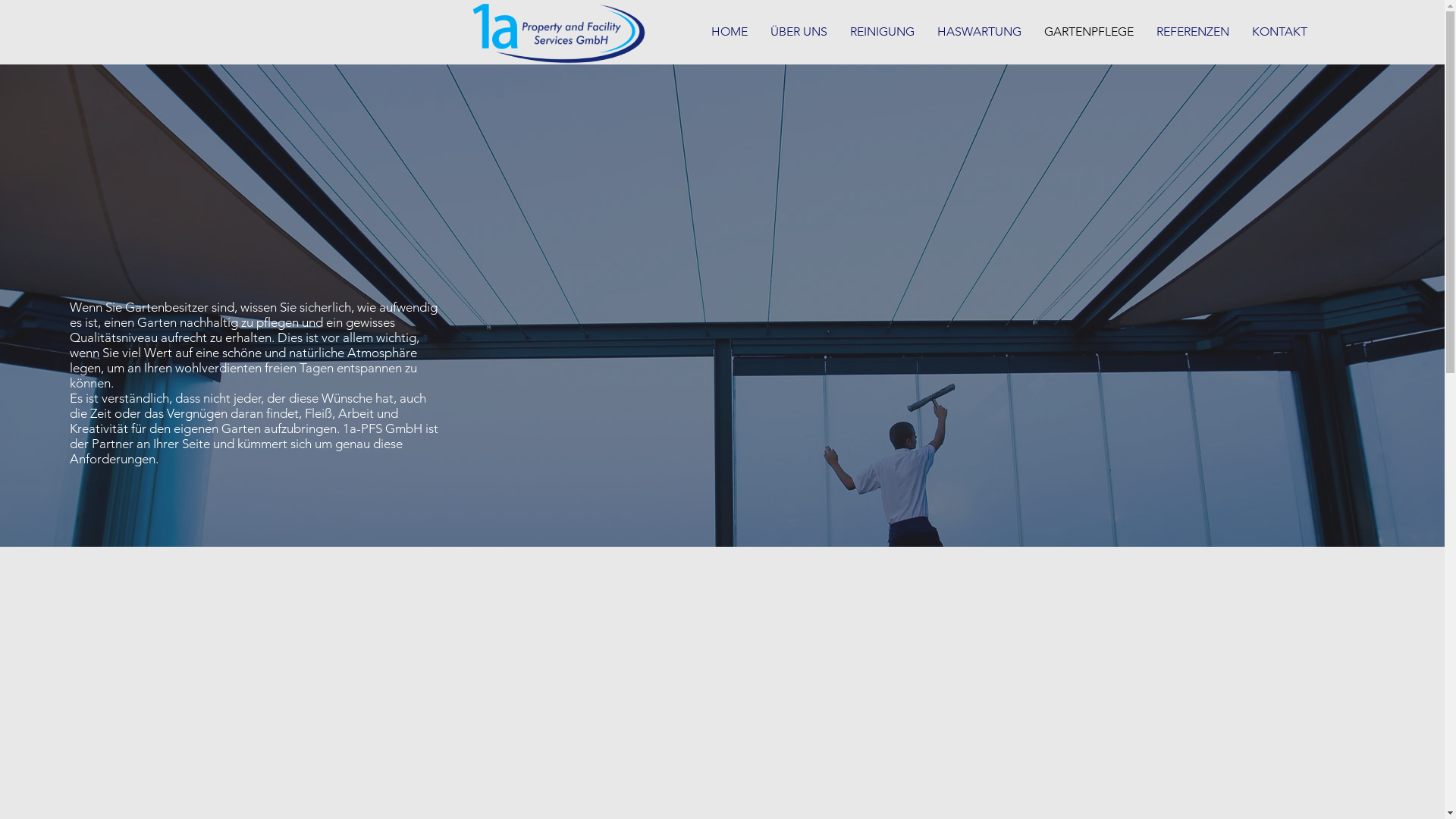  Describe the element at coordinates (882, 32) in the screenshot. I see `'REINIGUNG'` at that location.